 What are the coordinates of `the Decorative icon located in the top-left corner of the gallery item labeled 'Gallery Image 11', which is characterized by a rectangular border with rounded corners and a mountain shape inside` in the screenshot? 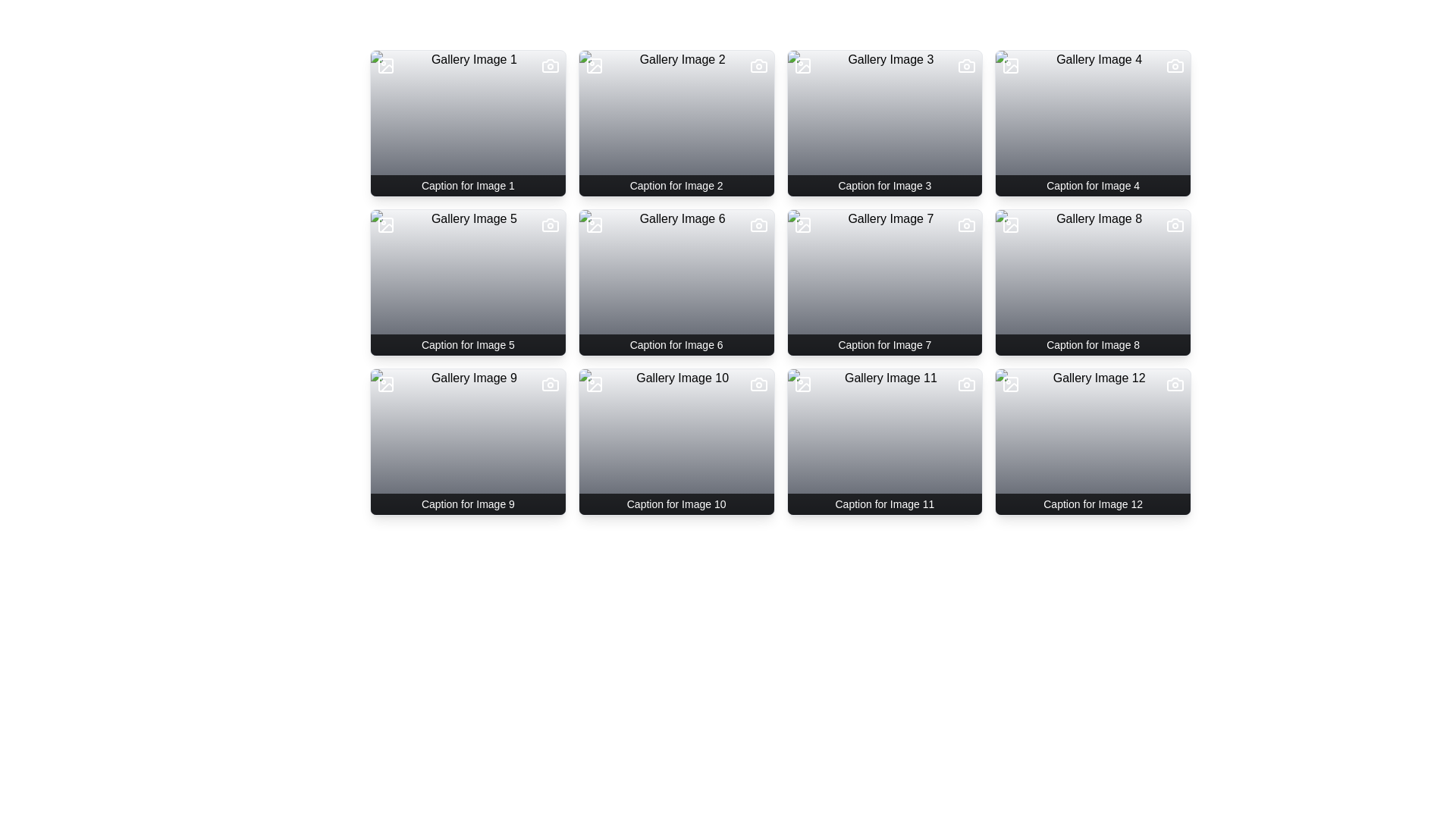 It's located at (802, 383).